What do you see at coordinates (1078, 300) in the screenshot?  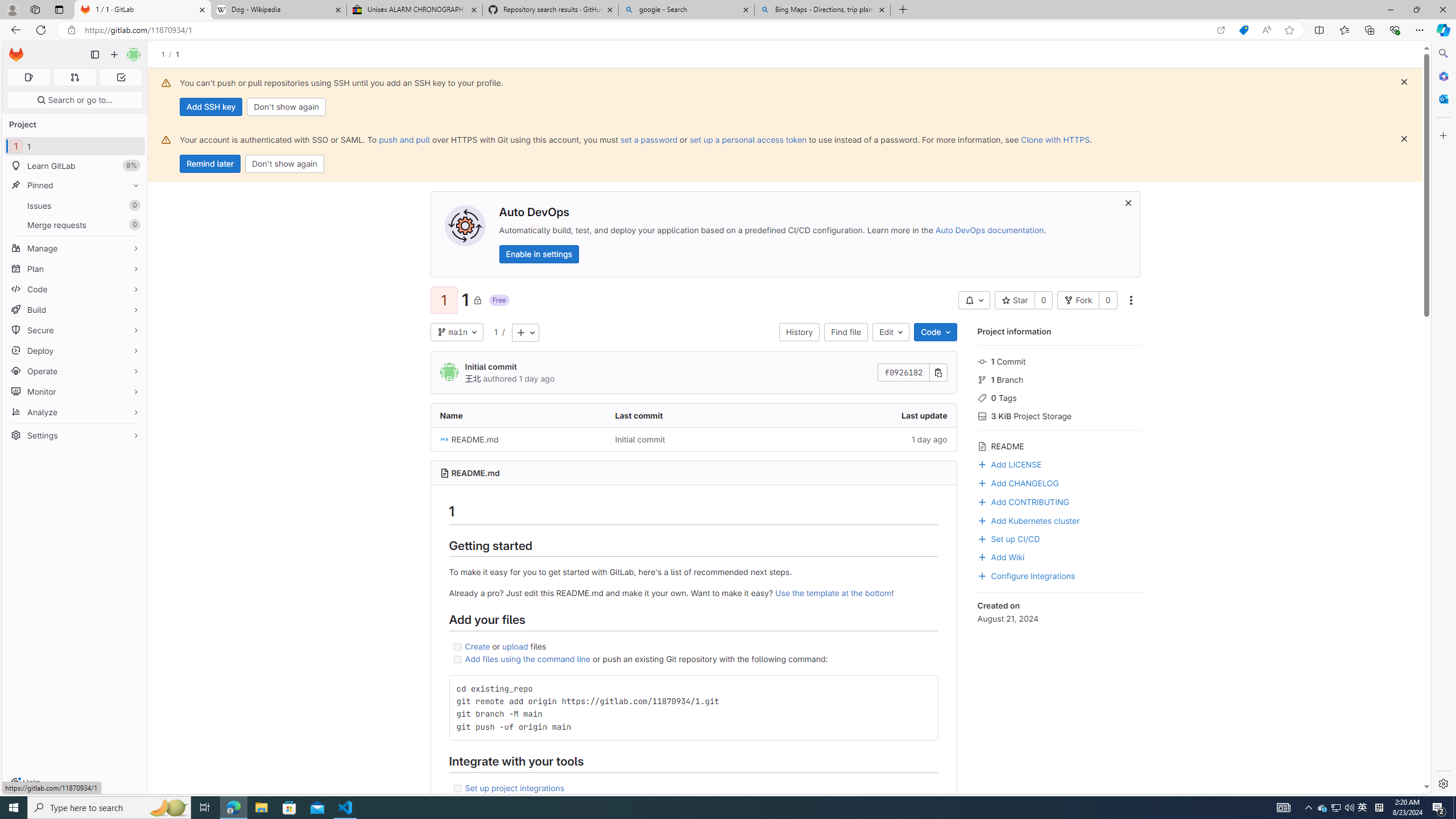 I see `'Fork'` at bounding box center [1078, 300].